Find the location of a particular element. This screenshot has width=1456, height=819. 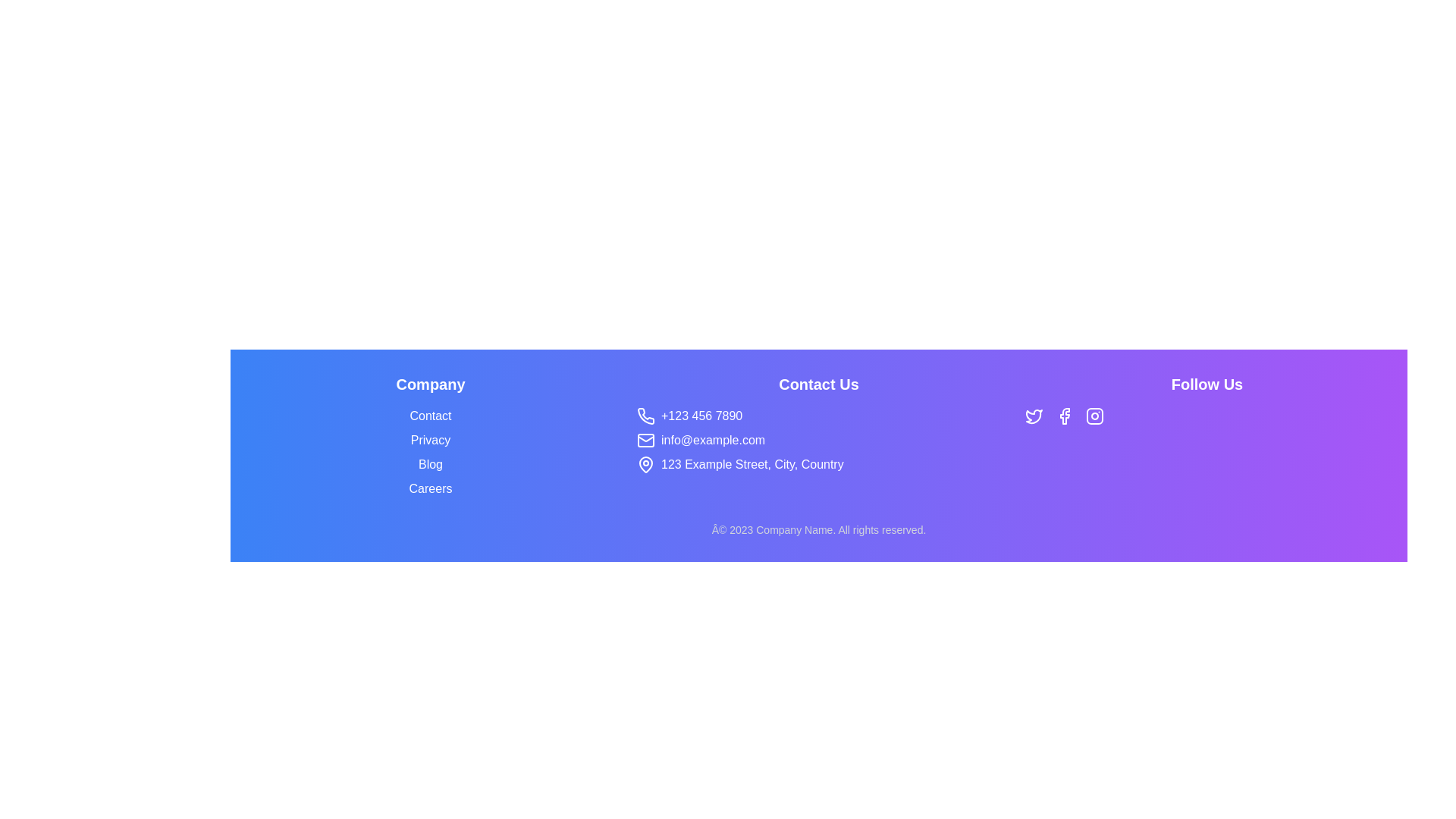

the map pin icon located in the footer section under the 'Contact Us' heading, positioned to the left of the address '123 Example Street, City, Country' is located at coordinates (645, 463).